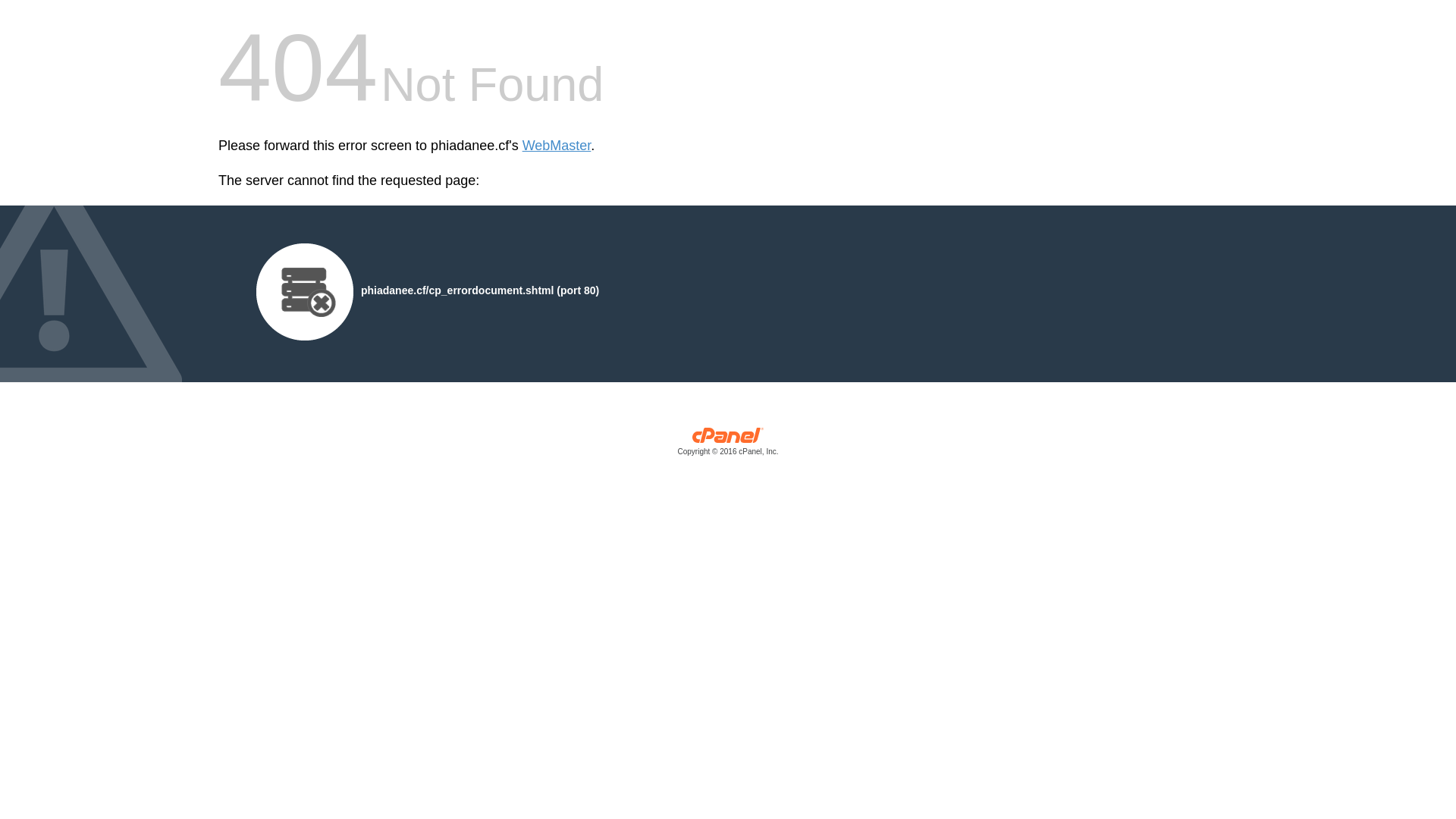 Image resolution: width=1456 pixels, height=819 pixels. What do you see at coordinates (556, 146) in the screenshot?
I see `'WebMaster'` at bounding box center [556, 146].